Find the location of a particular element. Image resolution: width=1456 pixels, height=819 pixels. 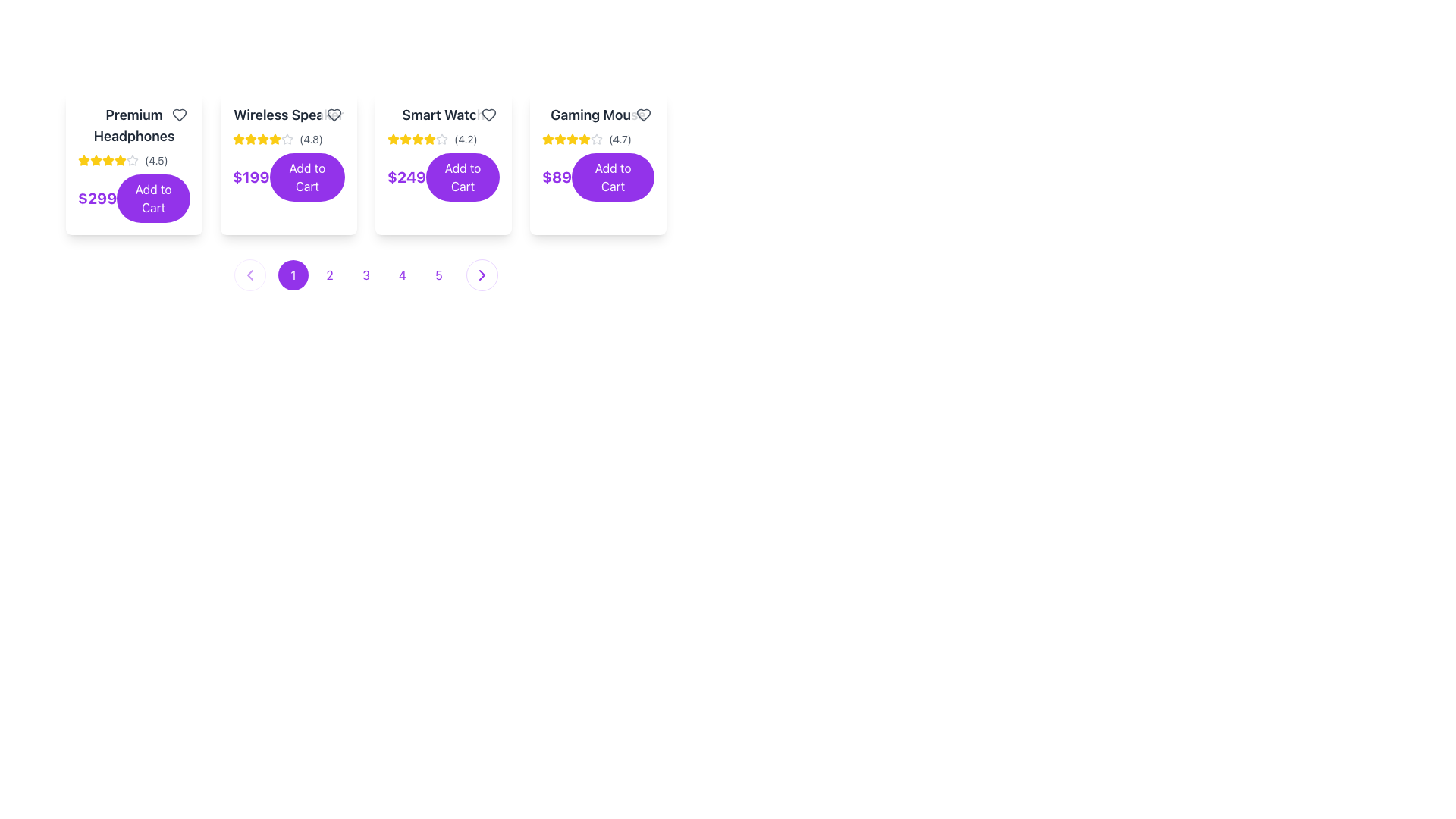

the third star-shaped icon in the rating display for the product 'Premium Headphones', which is filled and golden yellow in color is located at coordinates (95, 161).